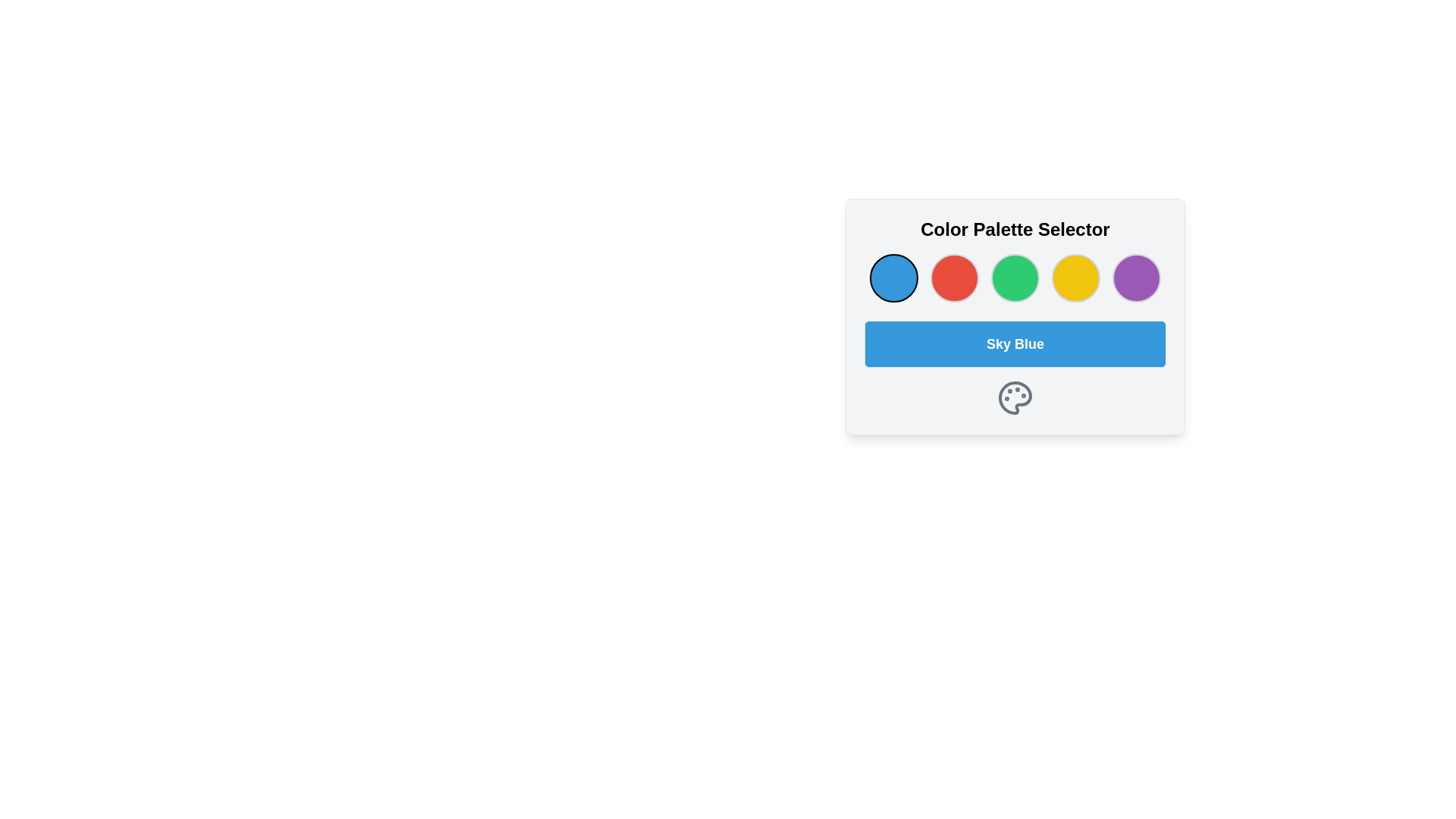 The height and width of the screenshot is (819, 1456). What do you see at coordinates (1015, 344) in the screenshot?
I see `the 'Sky Blue' text label indicating the selected color, located centrally at the bottom of the Color Palette Selector panel` at bounding box center [1015, 344].